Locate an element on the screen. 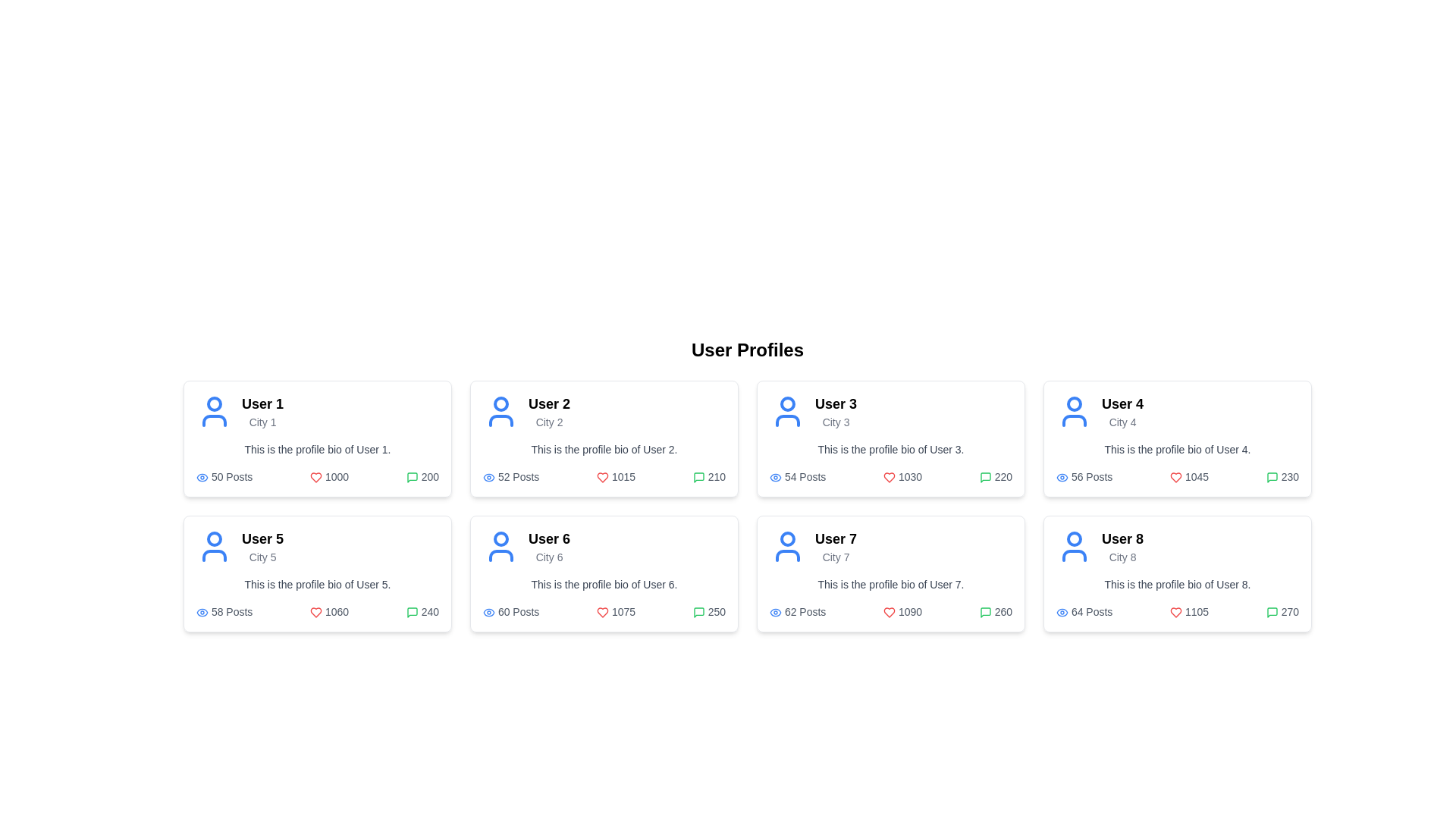  the eye icon with a blue stroke and transparent fill, located to the left of the text '54 Posts' in User 3's profile card is located at coordinates (775, 476).